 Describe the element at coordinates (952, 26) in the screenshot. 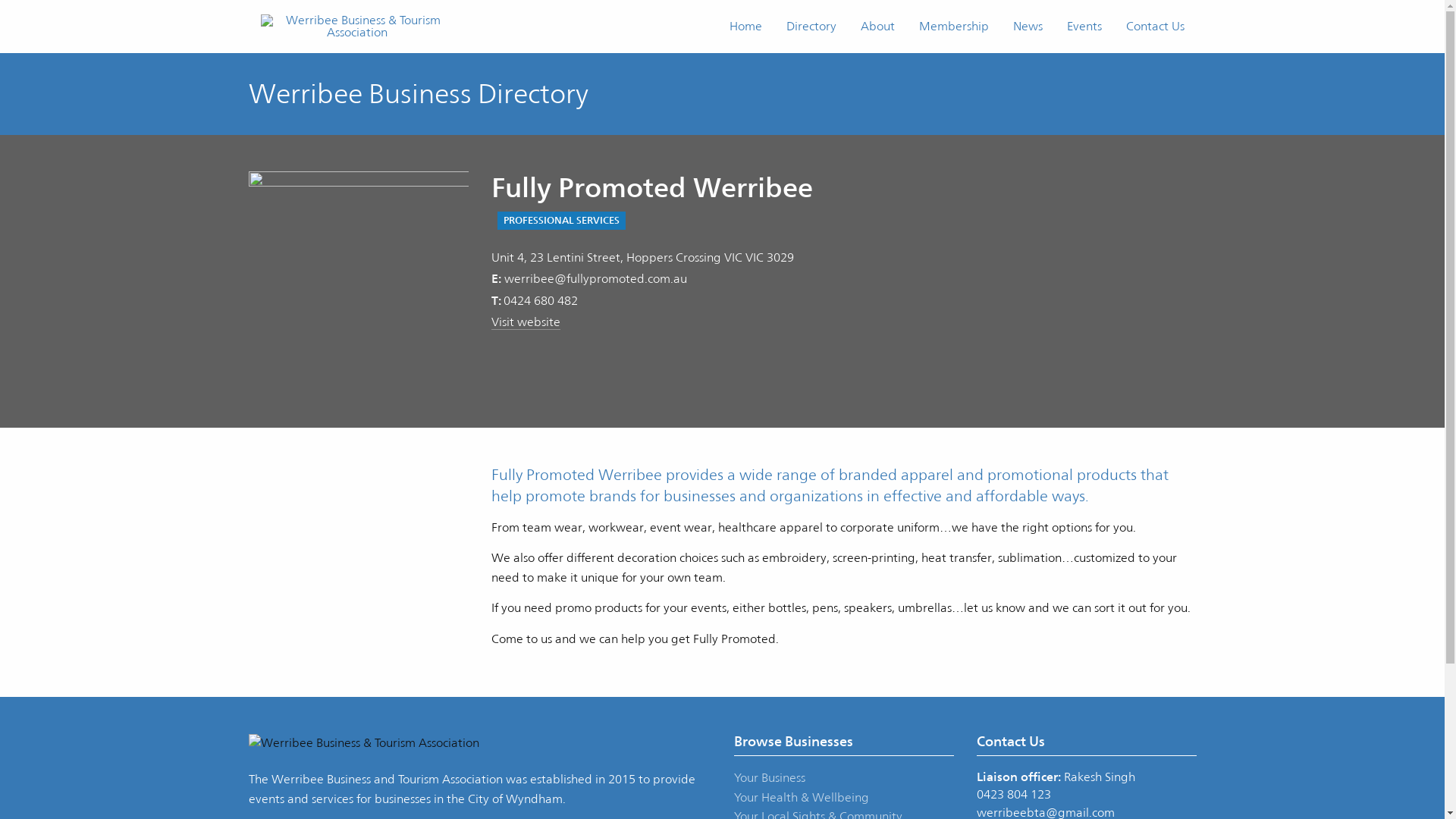

I see `'Membership'` at that location.